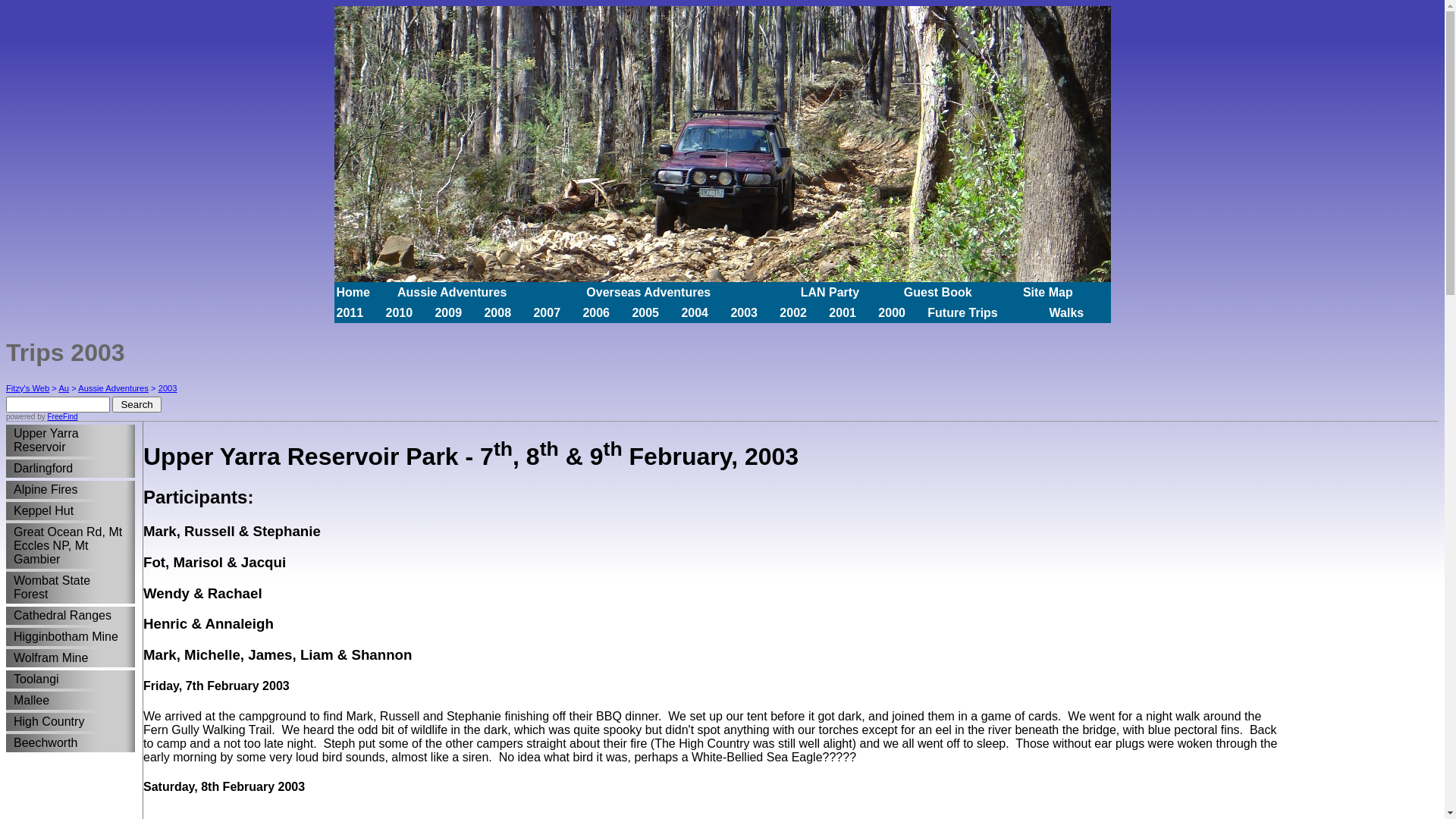  What do you see at coordinates (6, 467) in the screenshot?
I see `'Darlingford'` at bounding box center [6, 467].